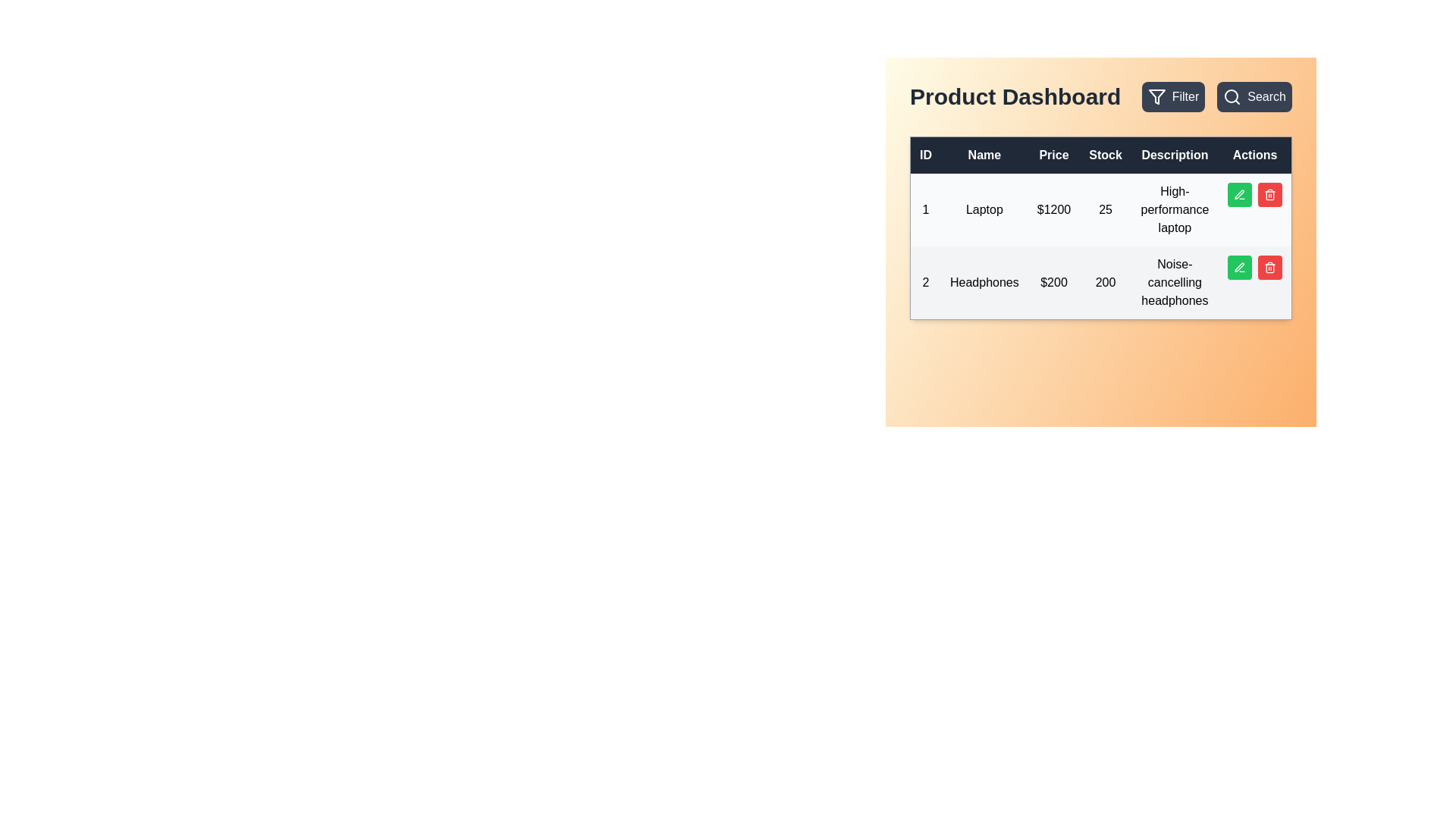  What do you see at coordinates (924, 283) in the screenshot?
I see `the bold black numeral '2' displayed on a white background in the 'ID' column of the second row of the data table` at bounding box center [924, 283].